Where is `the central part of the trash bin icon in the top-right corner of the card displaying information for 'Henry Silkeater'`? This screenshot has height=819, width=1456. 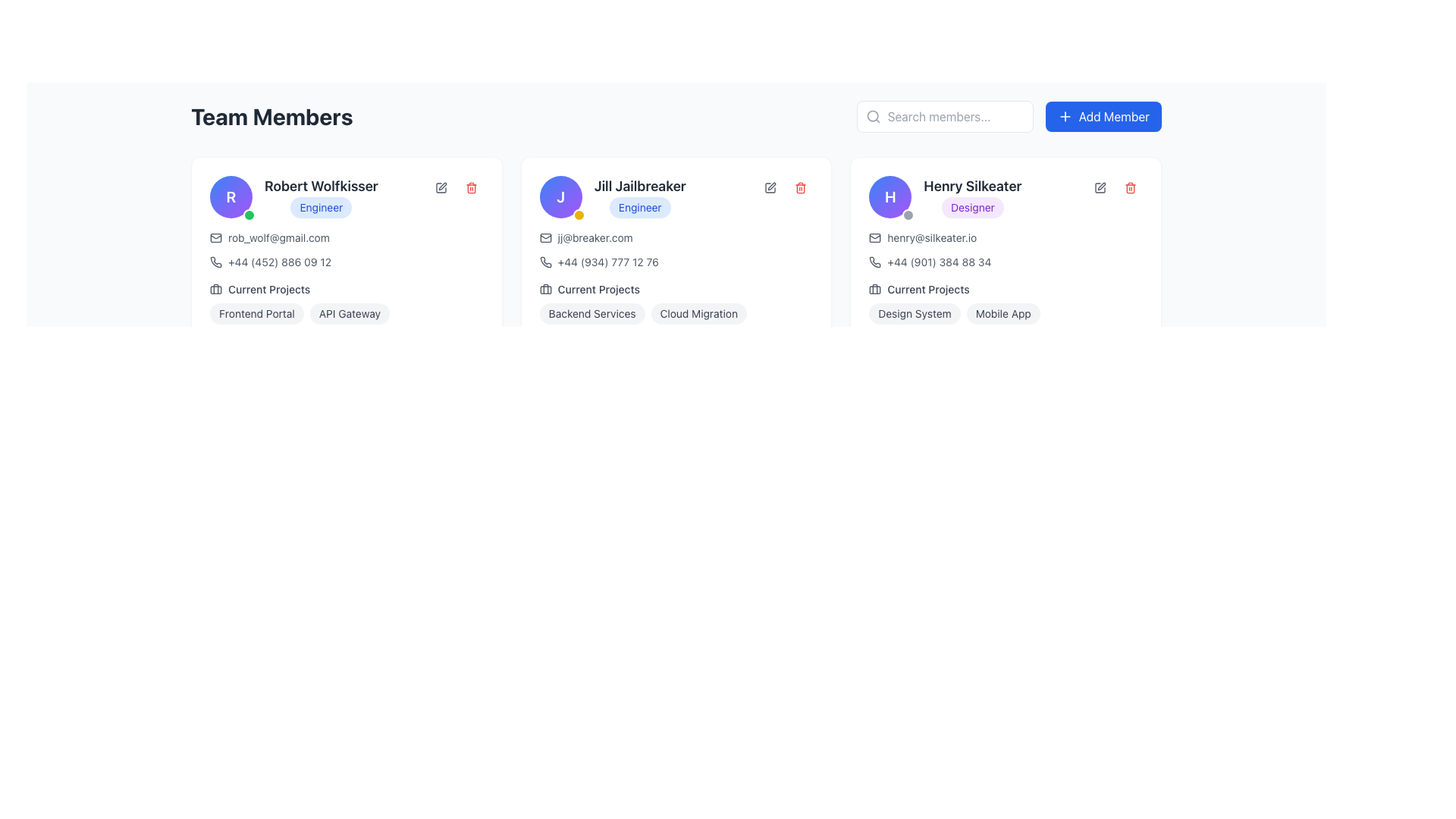
the central part of the trash bin icon in the top-right corner of the card displaying information for 'Henry Silkeater' is located at coordinates (1131, 188).